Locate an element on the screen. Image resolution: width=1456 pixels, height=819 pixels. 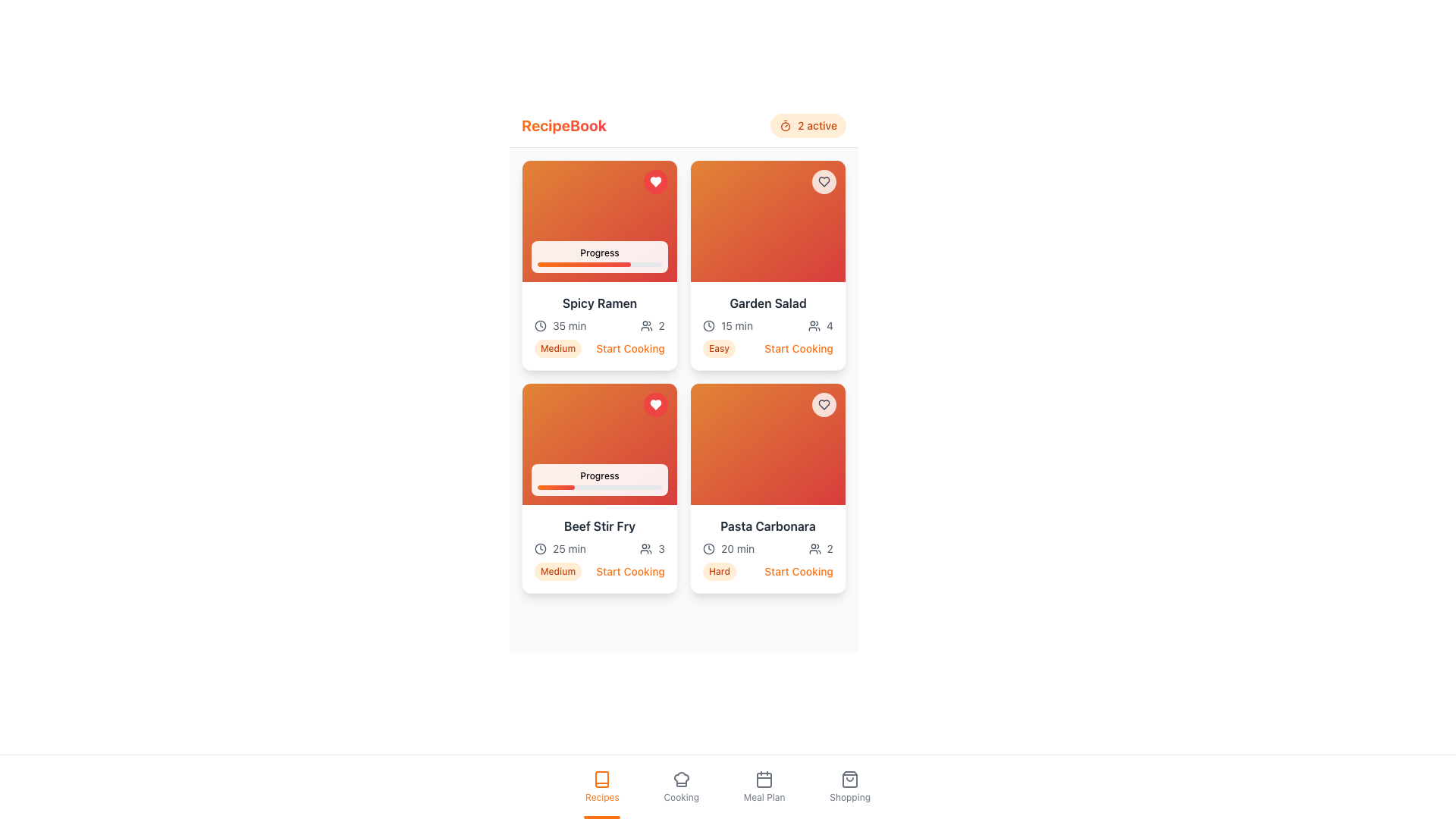
the label displaying '35 min' within the 'Spicy Ramen' card under the 'Progress' bar in the first column, first row of the grid layout is located at coordinates (569, 325).